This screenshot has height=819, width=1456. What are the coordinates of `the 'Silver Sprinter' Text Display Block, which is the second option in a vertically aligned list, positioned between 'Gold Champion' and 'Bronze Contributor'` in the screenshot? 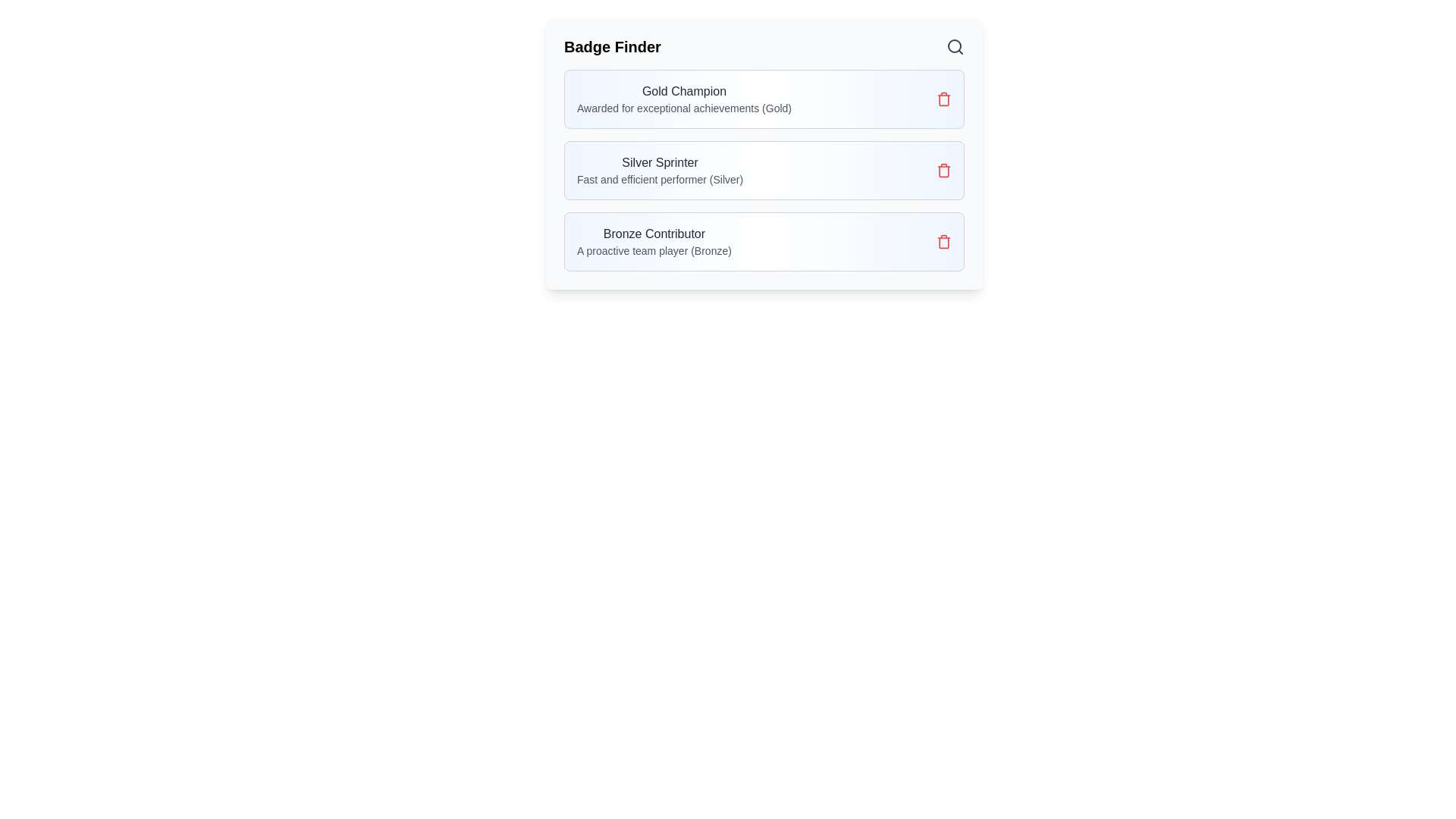 It's located at (660, 170).